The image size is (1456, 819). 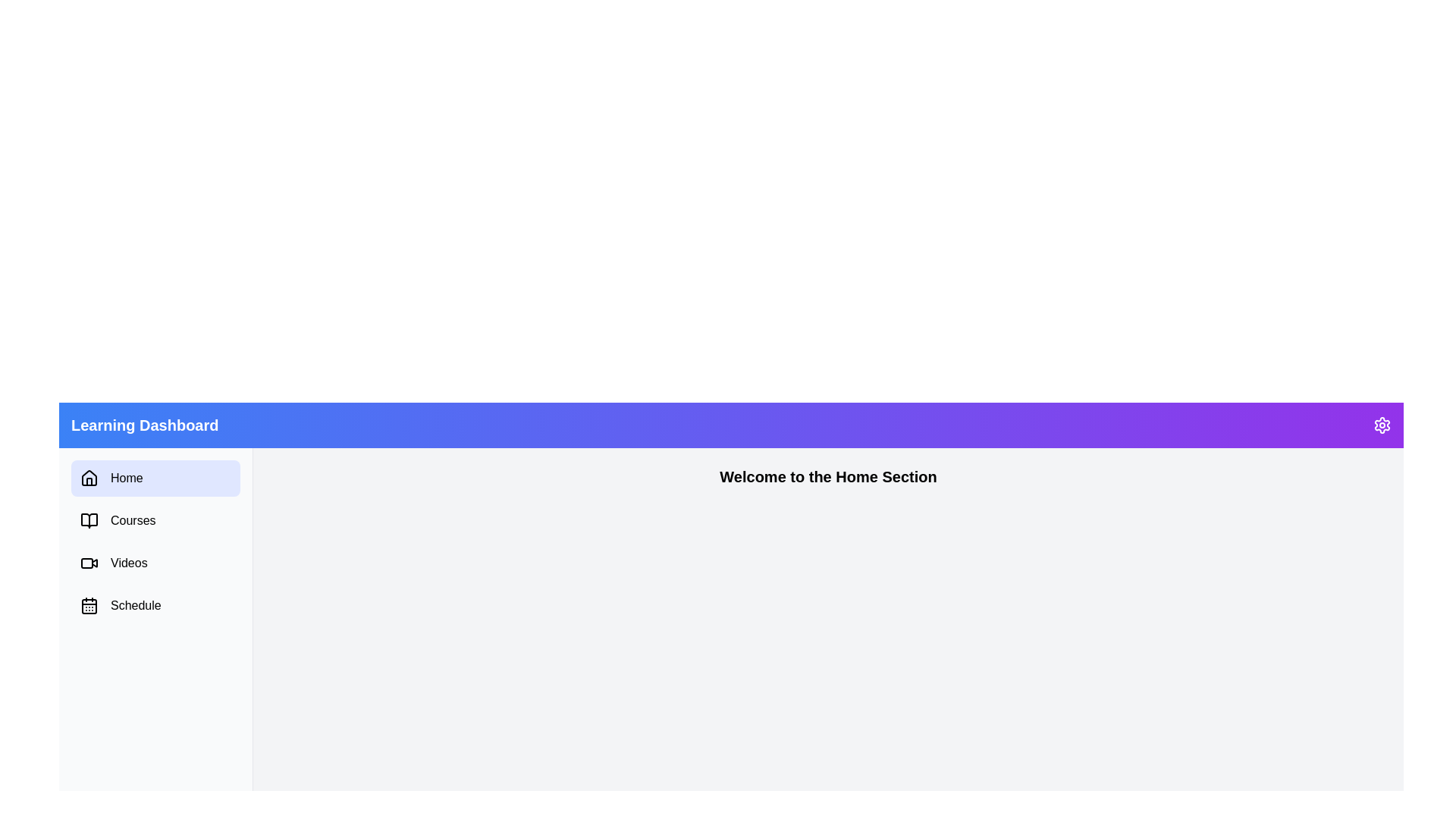 I want to click on text content of the header titled 'Home Section', which is positioned in the center of the main content area directly below the header, so click(x=827, y=475).